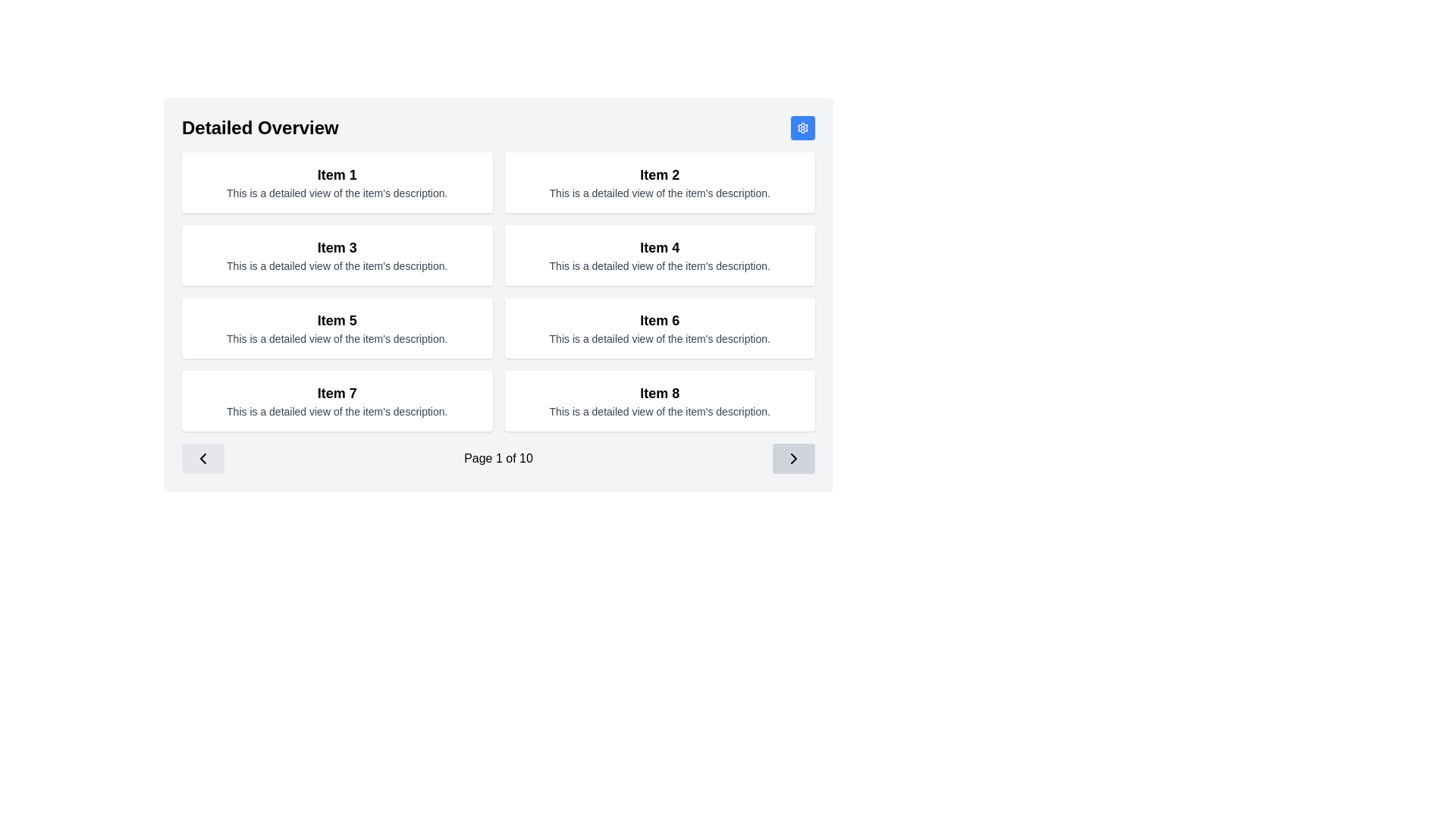 The width and height of the screenshot is (1456, 819). Describe the element at coordinates (336, 327) in the screenshot. I see `the Card displaying a specific item's title and description located in the first column of the third row of the grid interface` at that location.